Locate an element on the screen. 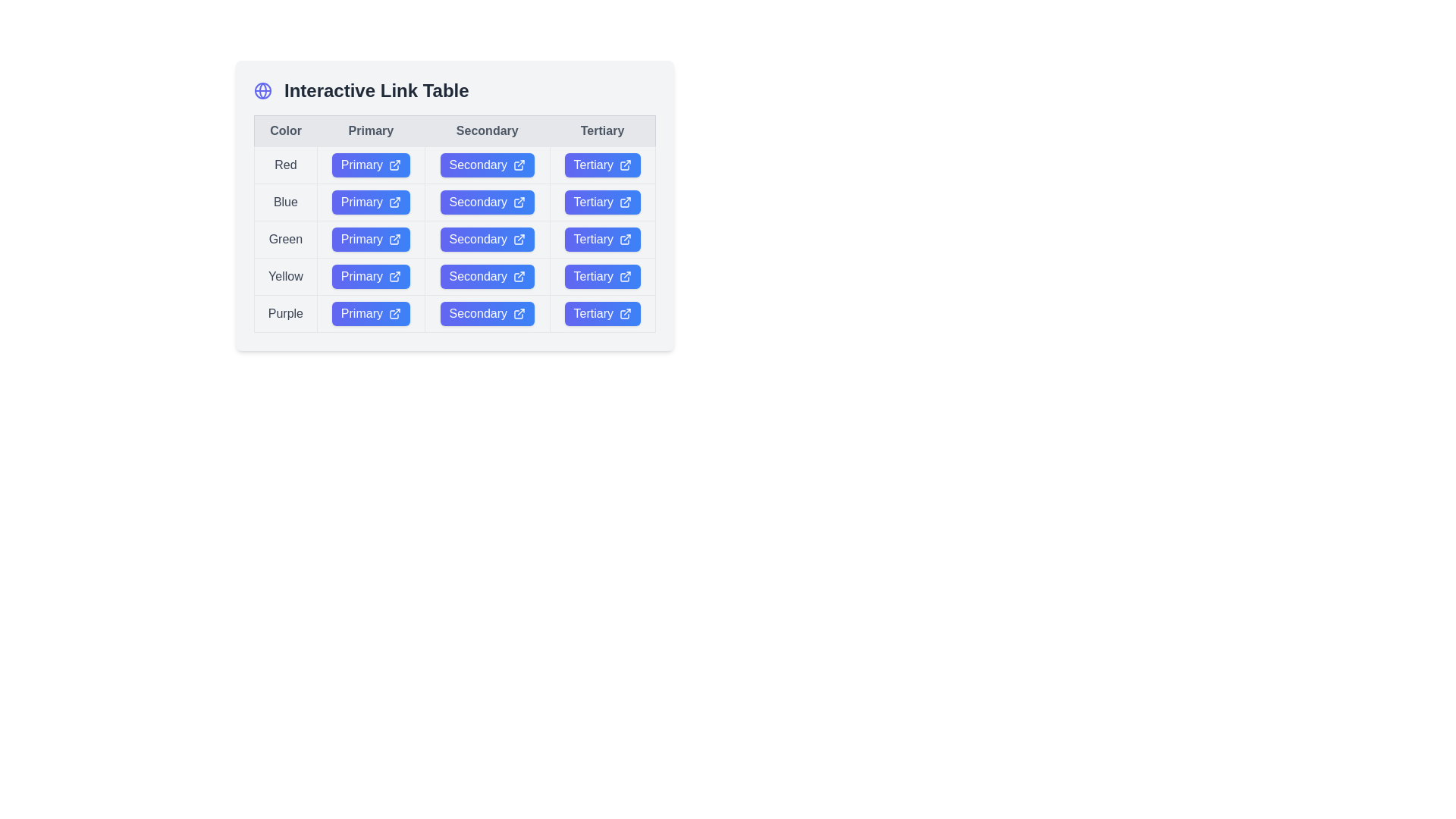 The width and height of the screenshot is (1456, 819). the interactive link labeled 'Secondary' in the fourth row of the table to observe any interactive effects is located at coordinates (454, 277).